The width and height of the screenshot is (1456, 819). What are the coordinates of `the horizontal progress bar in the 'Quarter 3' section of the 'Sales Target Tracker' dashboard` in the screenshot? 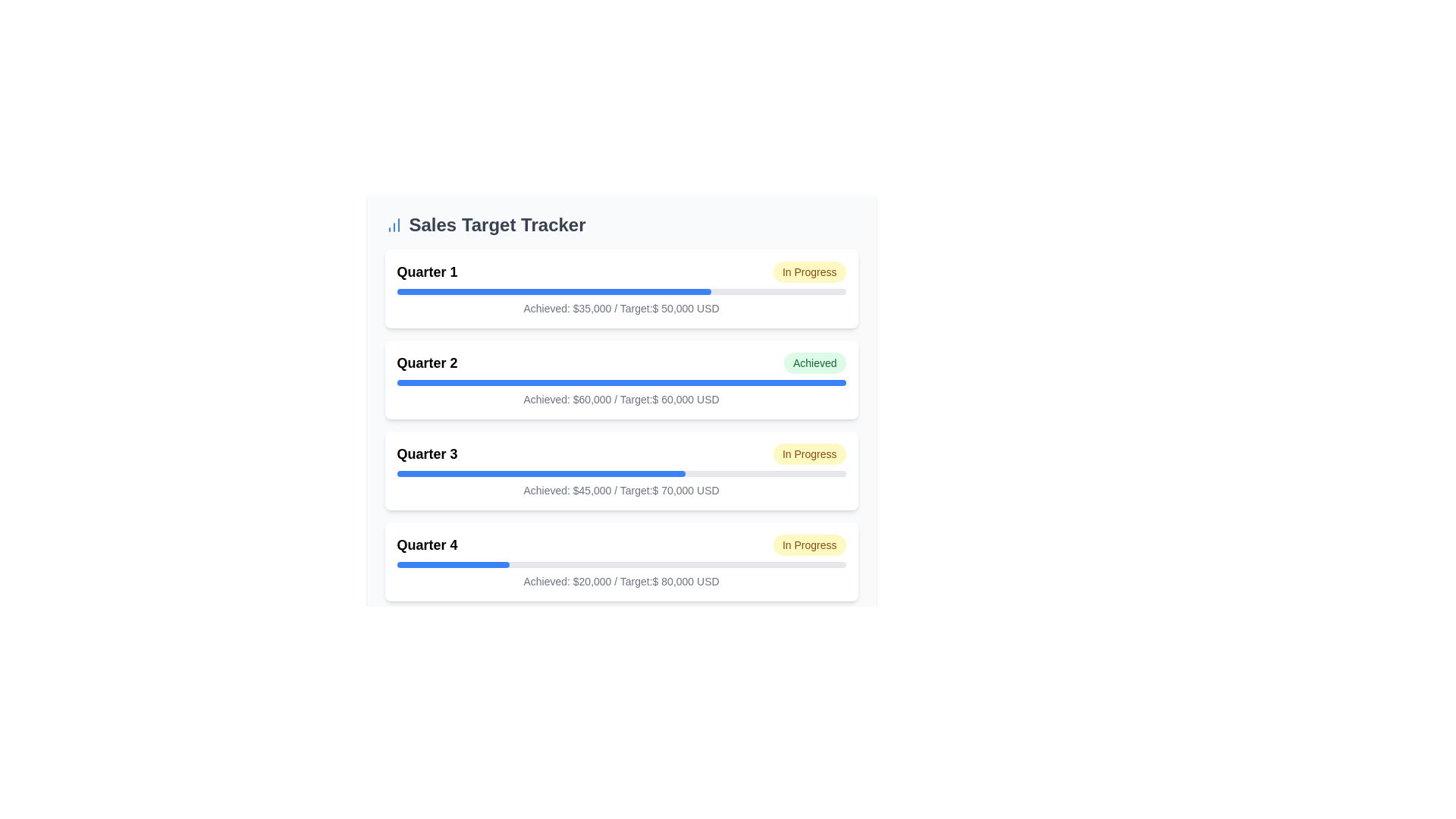 It's located at (621, 472).